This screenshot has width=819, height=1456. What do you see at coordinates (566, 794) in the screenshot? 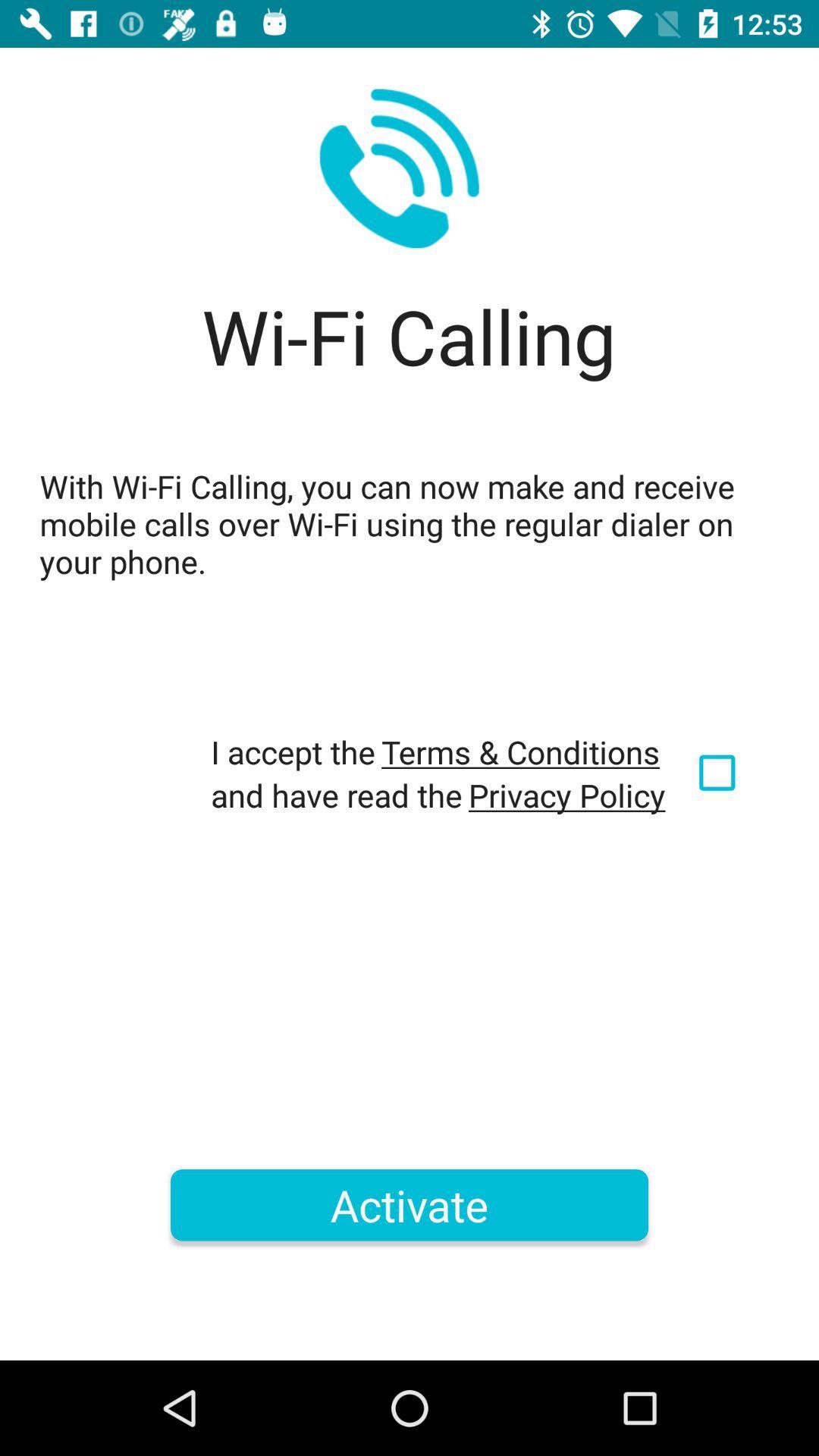
I see `the icon to the right of and have read icon` at bounding box center [566, 794].